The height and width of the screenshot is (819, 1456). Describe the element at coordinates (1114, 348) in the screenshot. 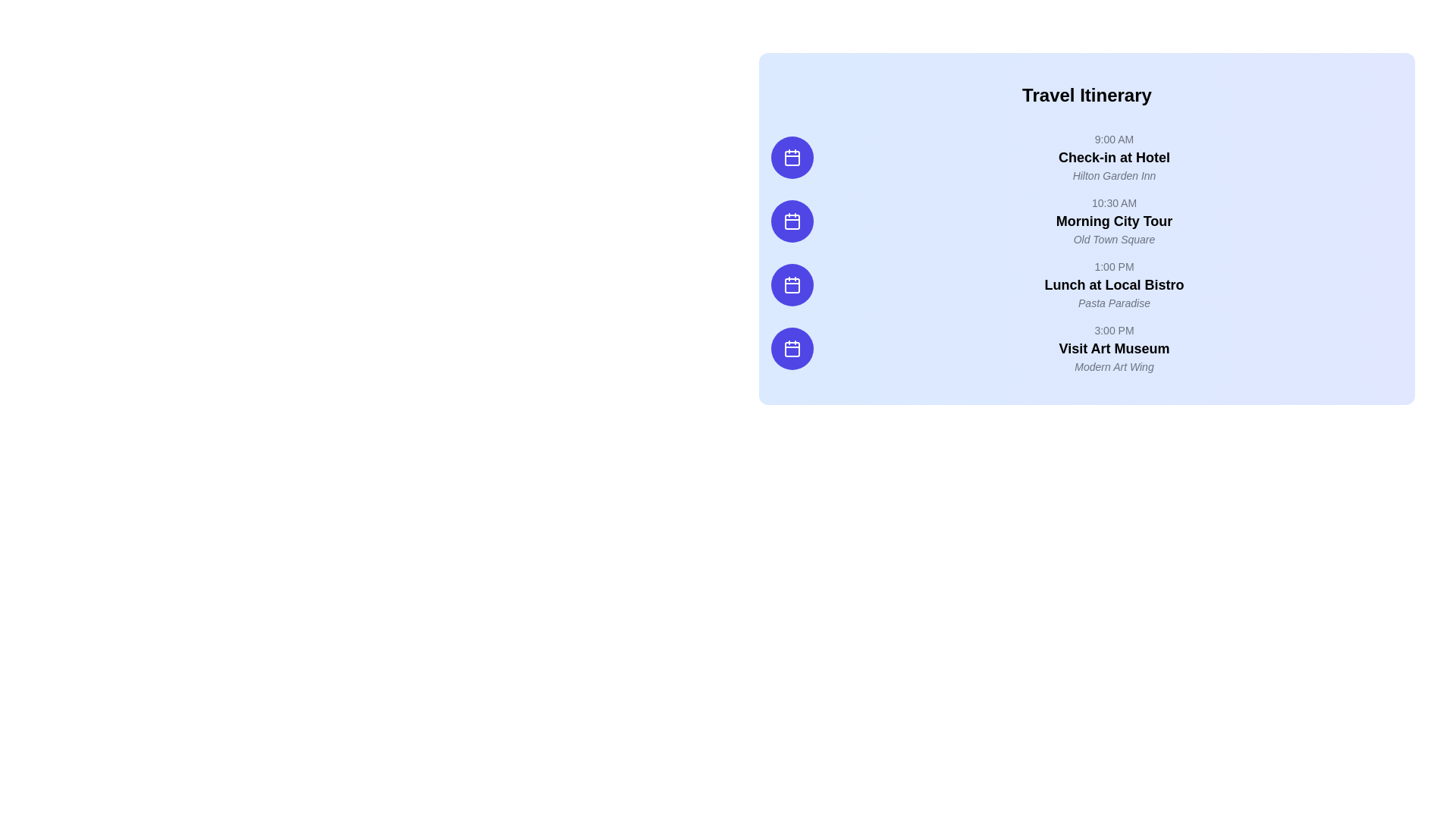

I see `the text label displaying 'Visit Art Museum', which is bold and larger than surrounding texts, located centrally below '3:00 PM' and above 'Modern Art Wing'` at that location.